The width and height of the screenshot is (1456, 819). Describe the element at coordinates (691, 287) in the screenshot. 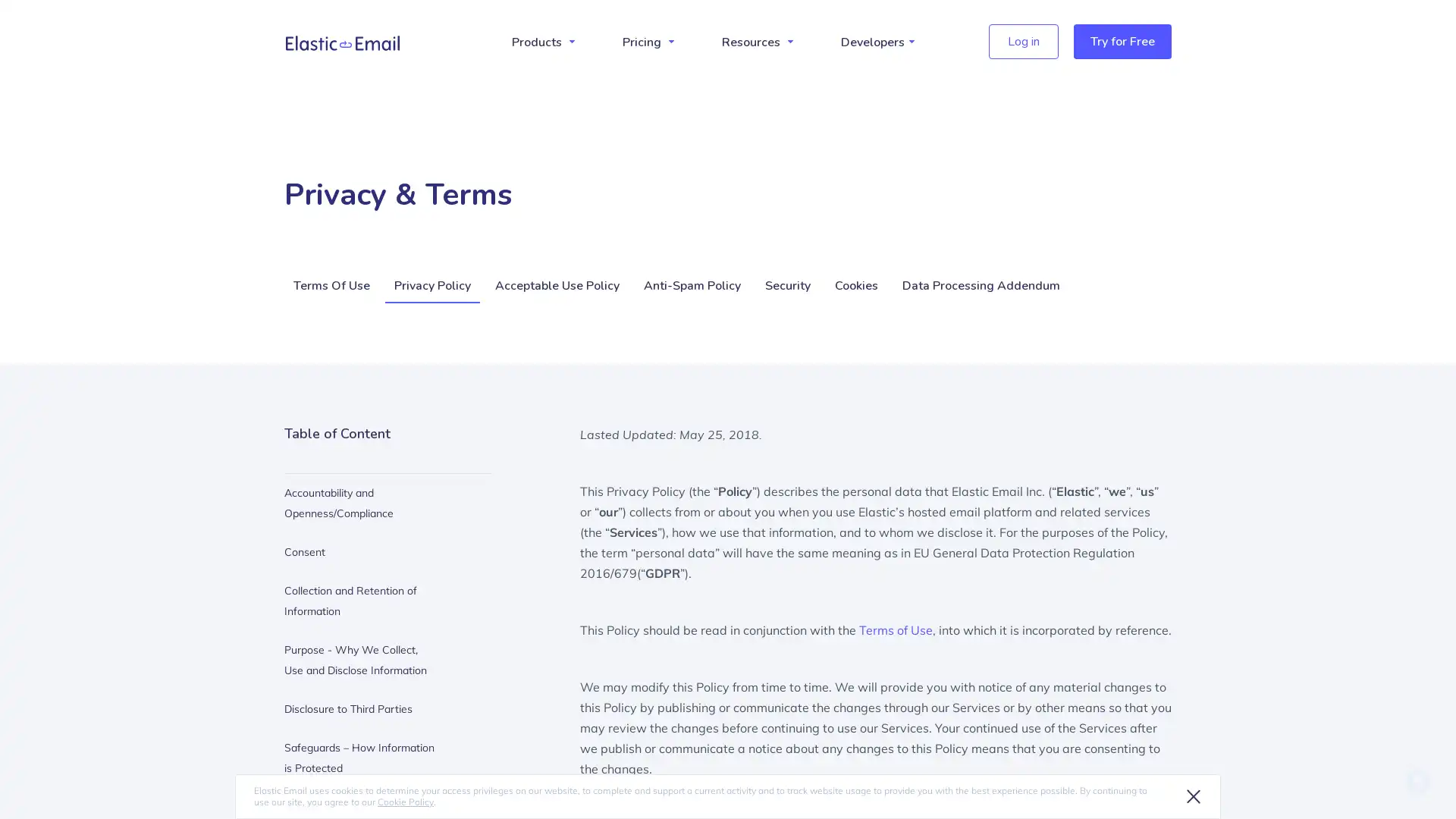

I see `Anti-Spam Policy` at that location.